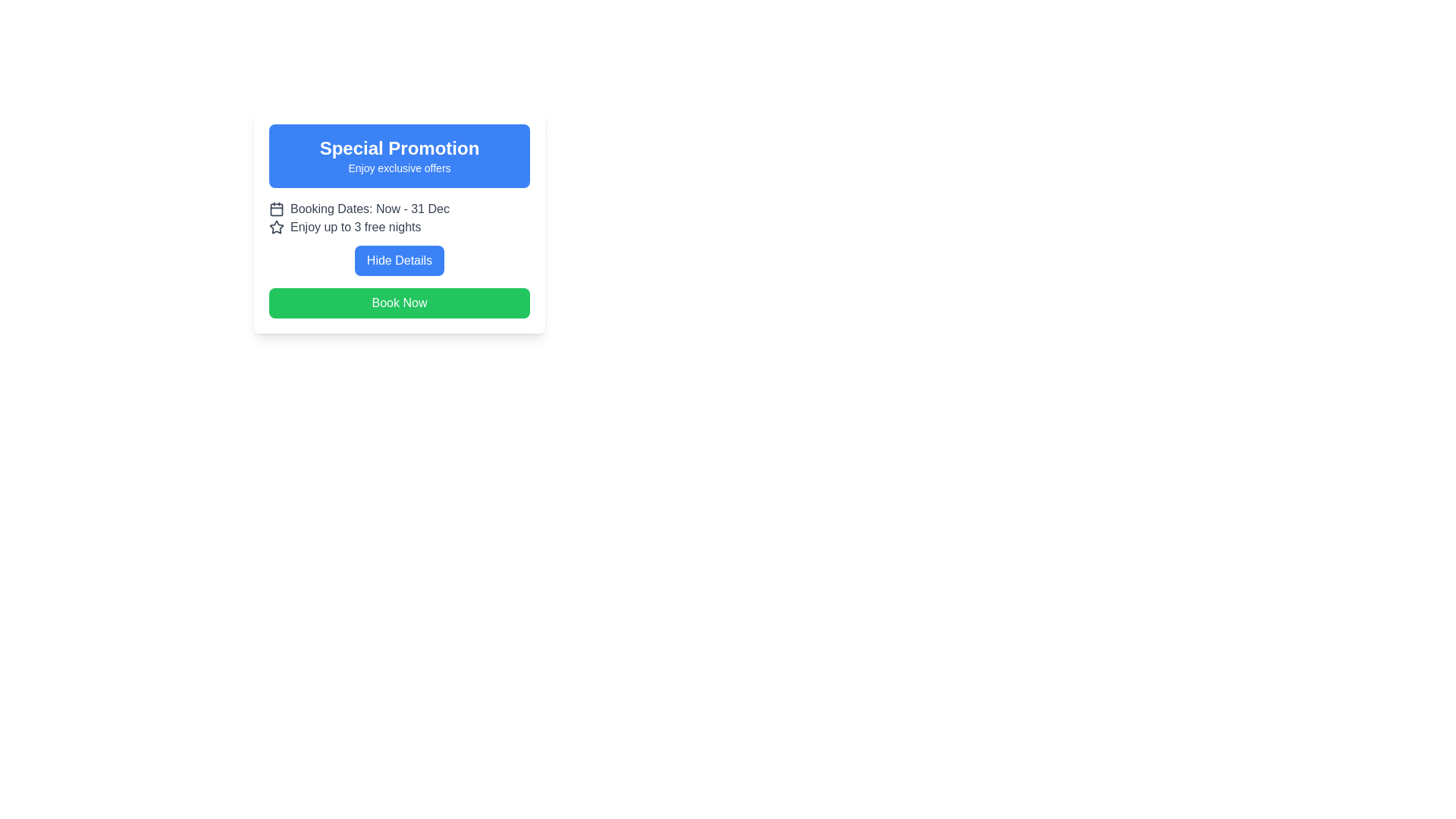 The image size is (1456, 819). Describe the element at coordinates (400, 256) in the screenshot. I see `the 'Hide Details' button, which is styled with a blue background and white text, to observe its style change` at that location.